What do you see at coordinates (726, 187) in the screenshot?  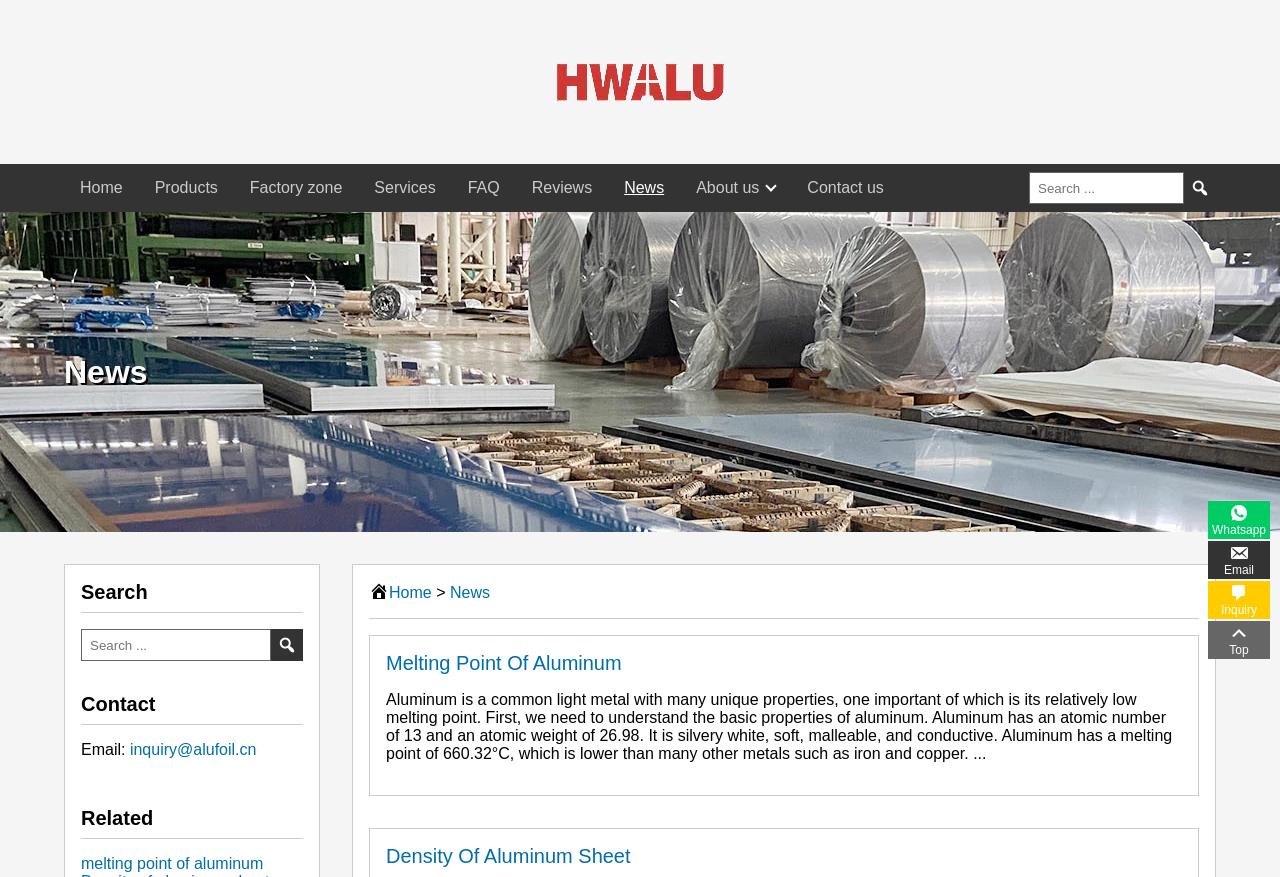 I see `'About us'` at bounding box center [726, 187].